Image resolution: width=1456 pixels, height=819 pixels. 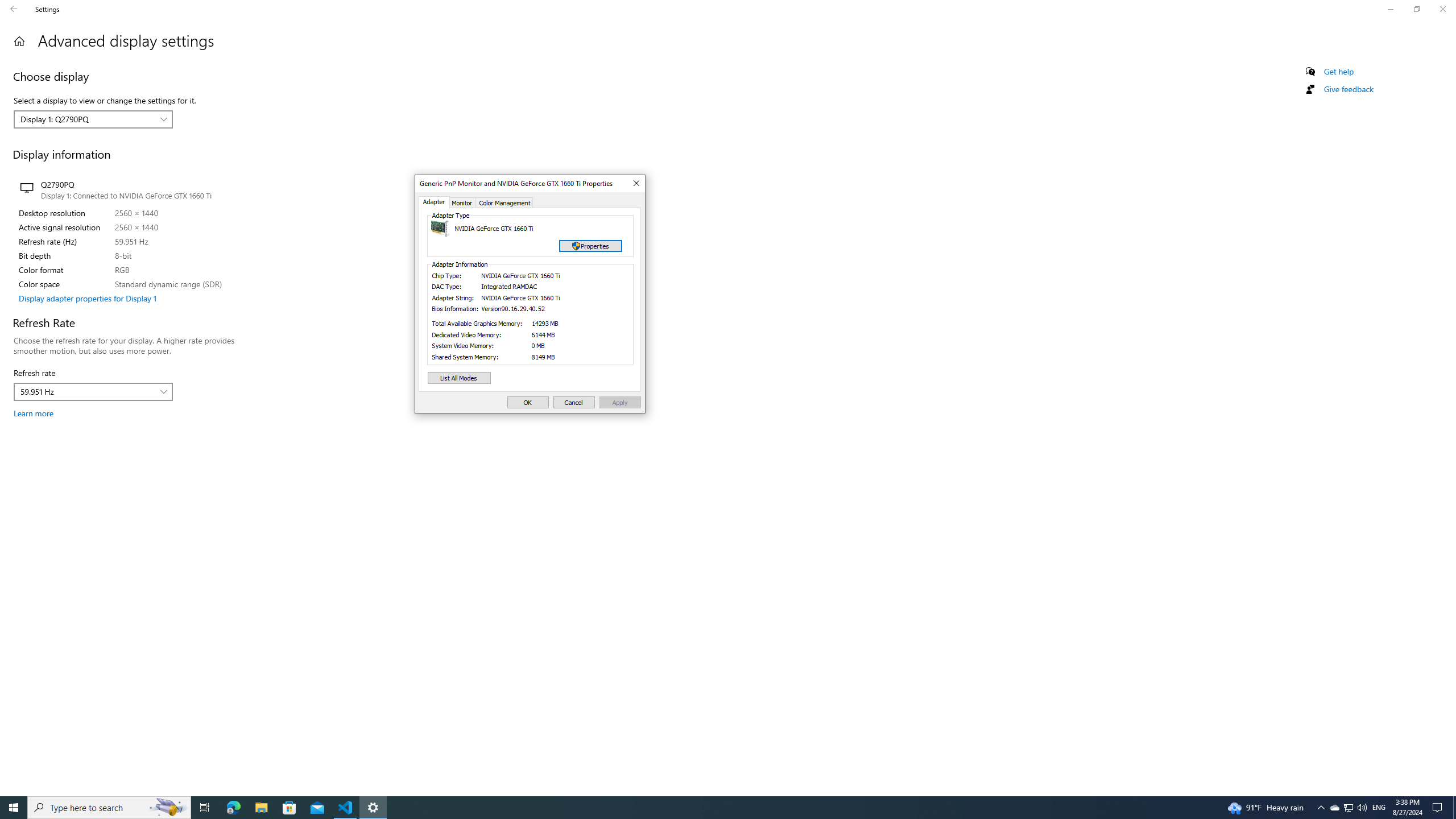 What do you see at coordinates (1321, 806) in the screenshot?
I see `'Notification Chevron'` at bounding box center [1321, 806].